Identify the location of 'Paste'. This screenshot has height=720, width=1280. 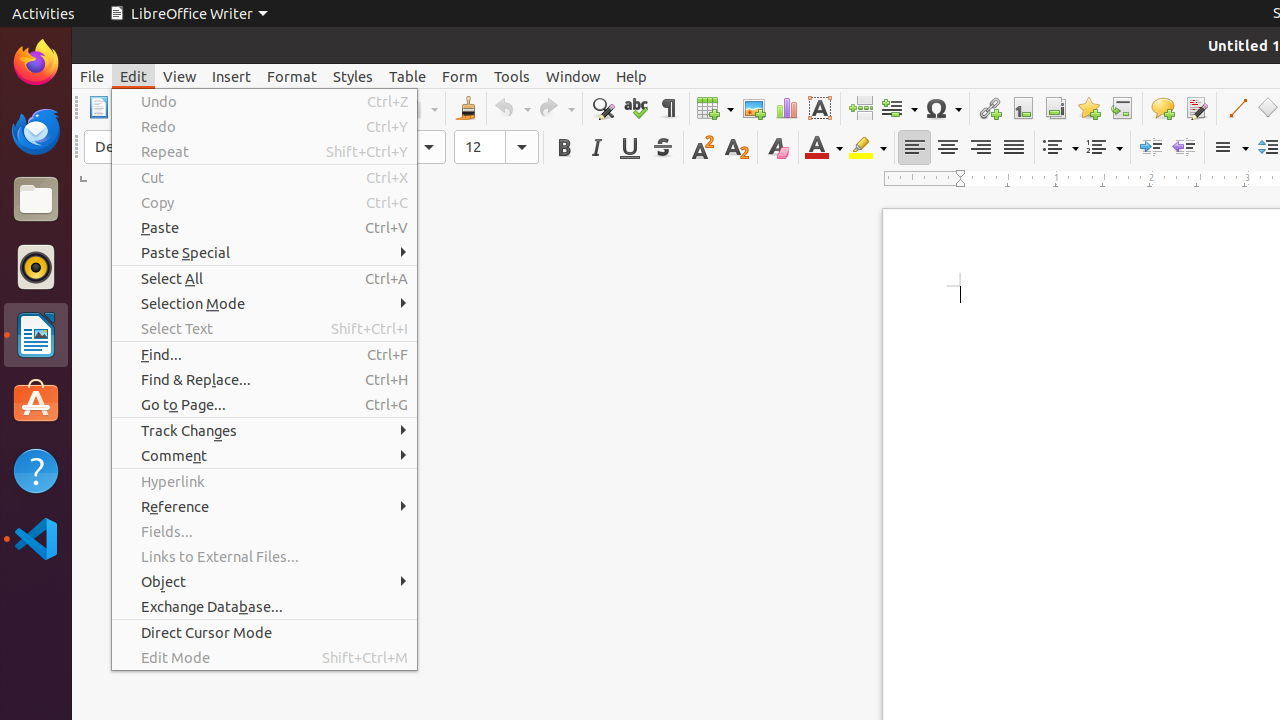
(263, 226).